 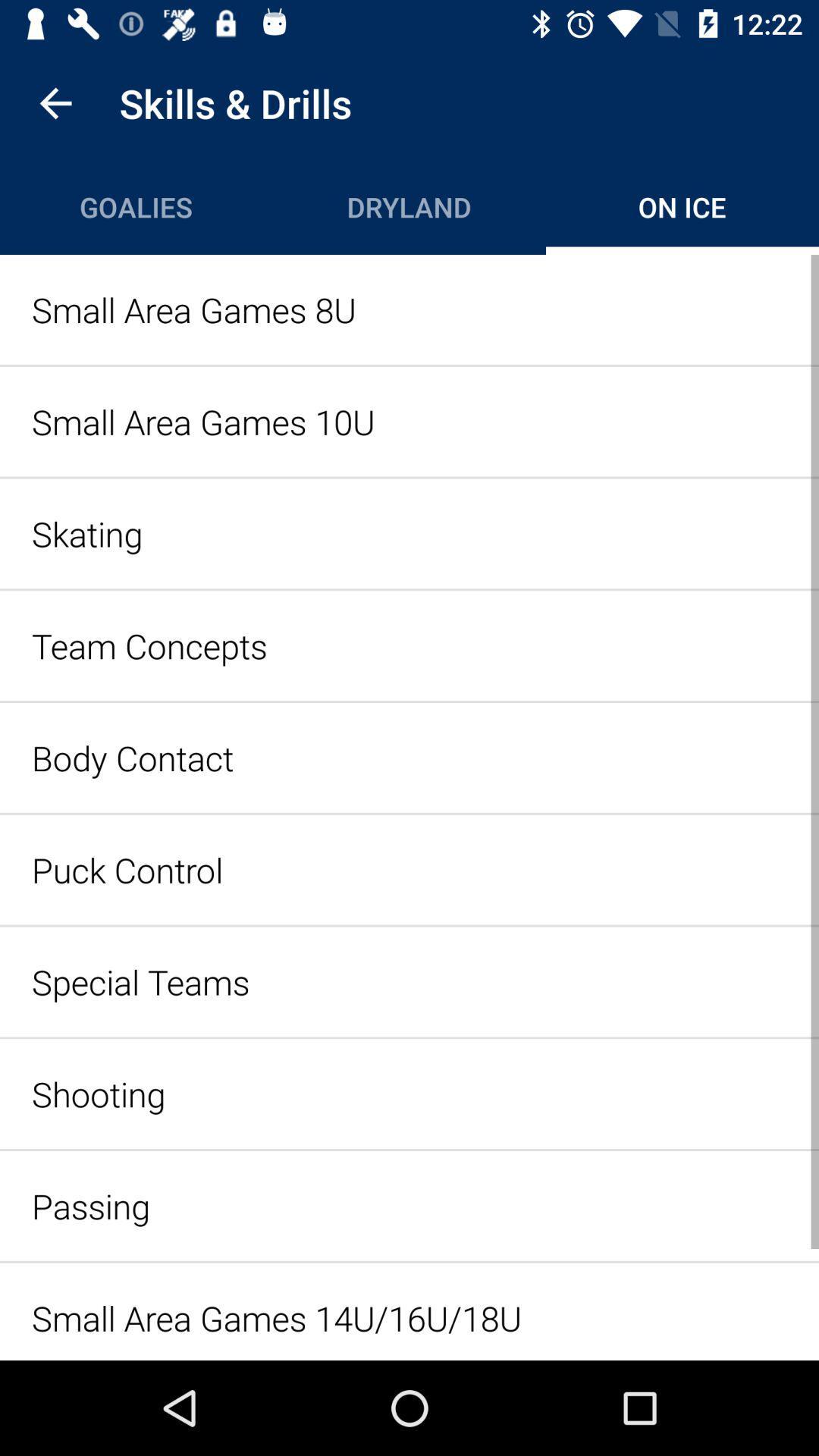 I want to click on the item below the small area games item, so click(x=409, y=533).